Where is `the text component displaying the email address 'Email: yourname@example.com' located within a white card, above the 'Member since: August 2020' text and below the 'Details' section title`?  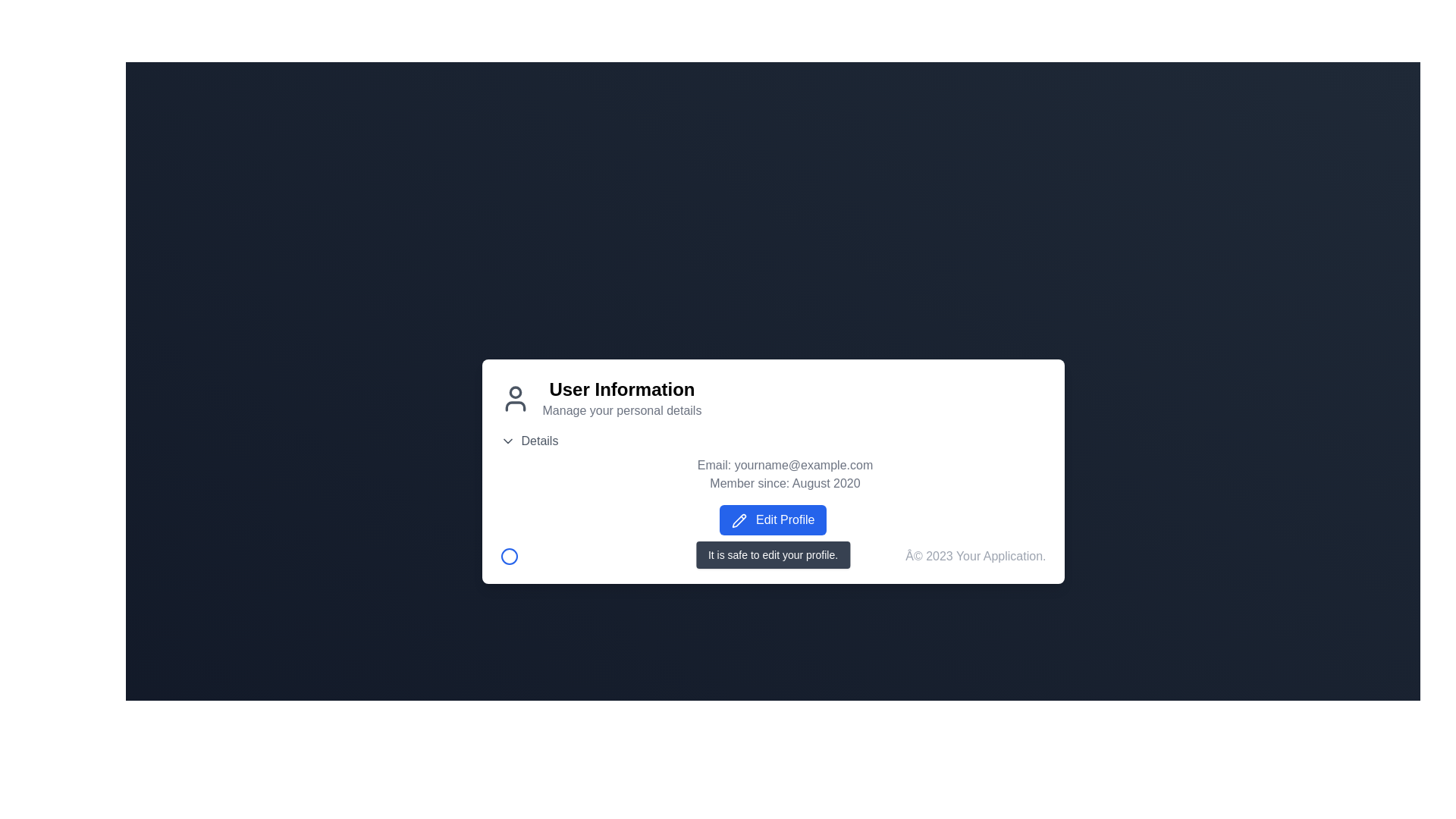 the text component displaying the email address 'Email: yourname@example.com' located within a white card, above the 'Member since: August 2020' text and below the 'Details' section title is located at coordinates (785, 464).